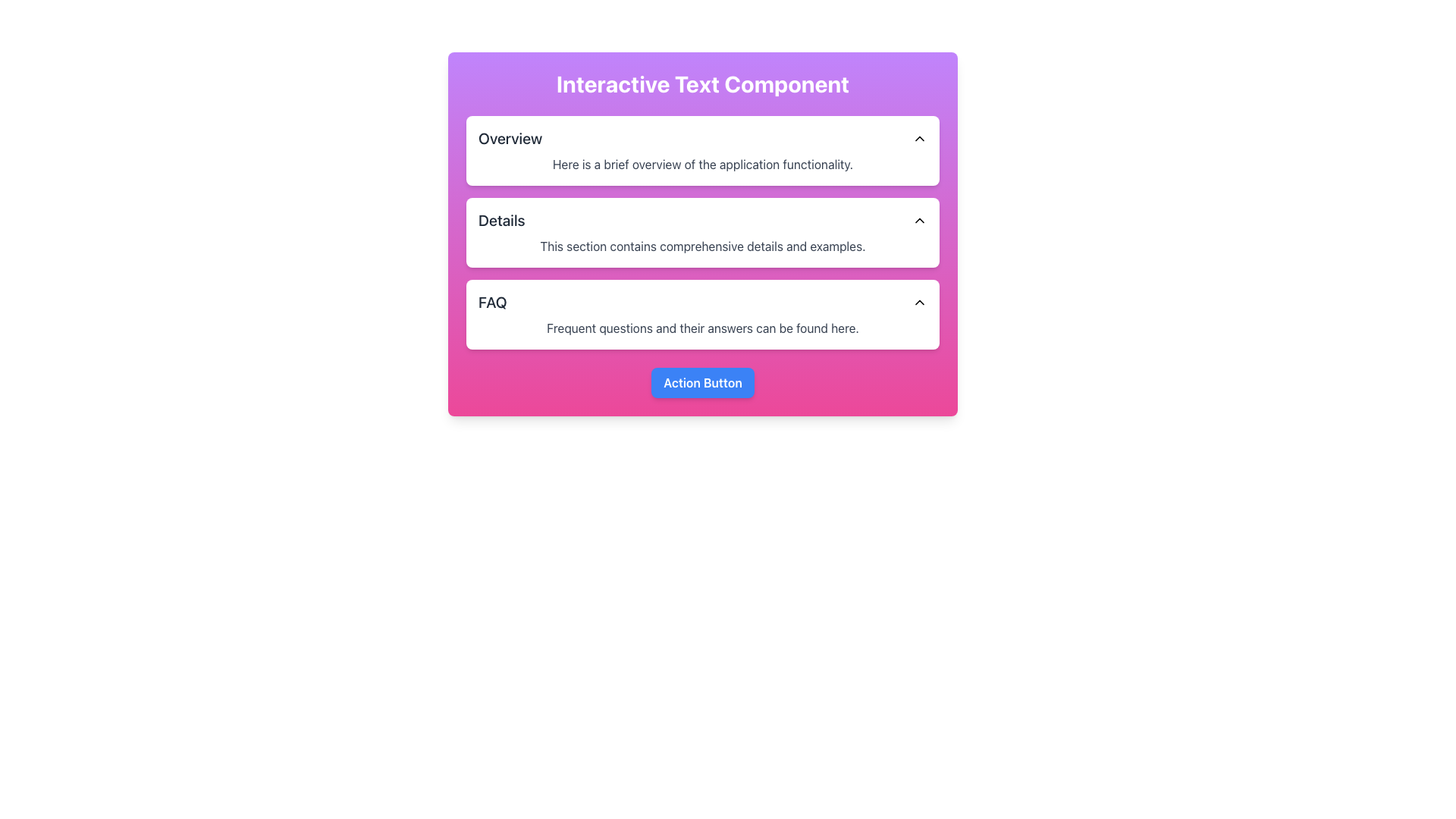 Image resolution: width=1456 pixels, height=819 pixels. What do you see at coordinates (701, 382) in the screenshot?
I see `the 'Action Button' for keyboard navigation` at bounding box center [701, 382].